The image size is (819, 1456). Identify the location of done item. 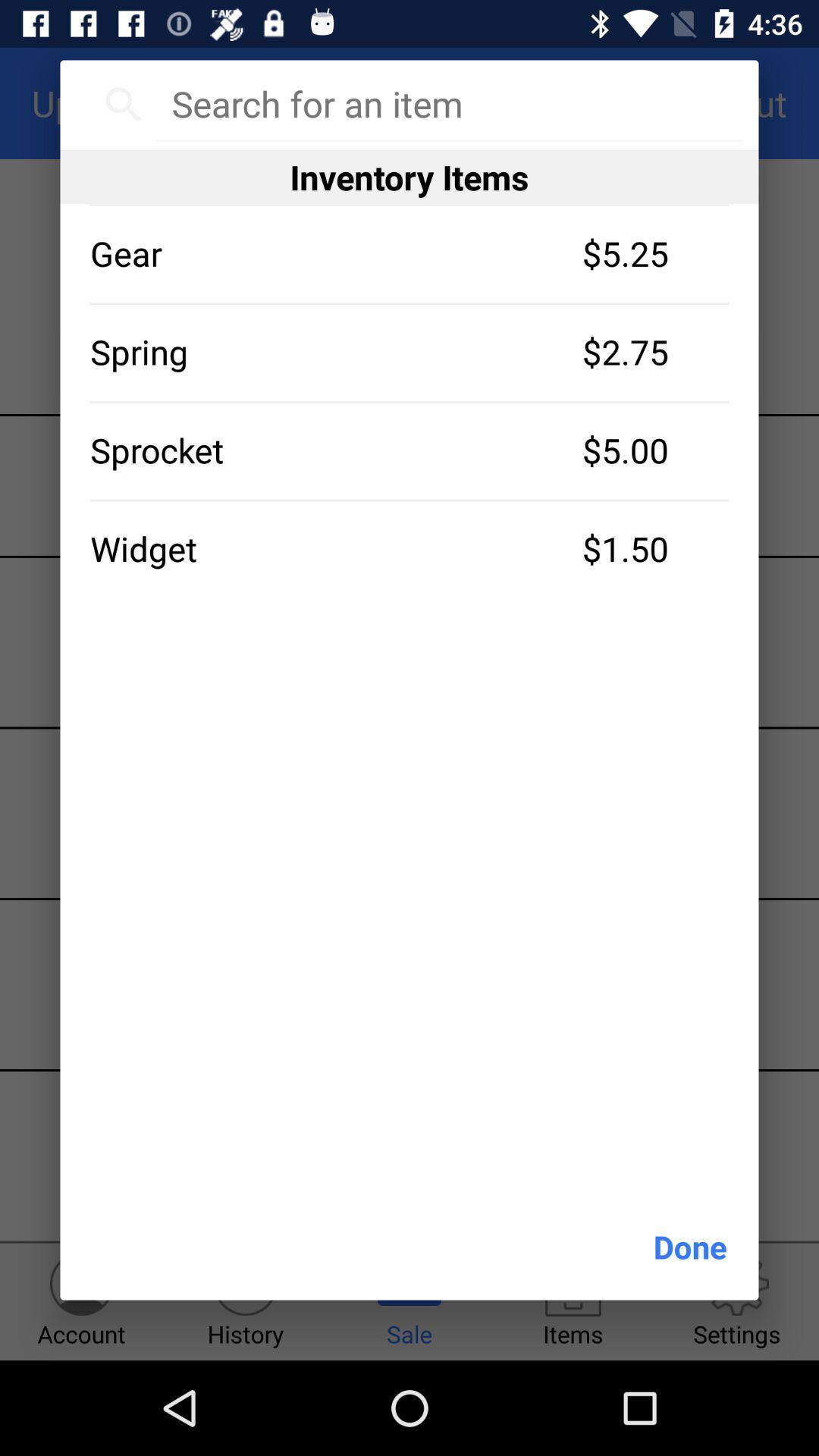
(690, 1247).